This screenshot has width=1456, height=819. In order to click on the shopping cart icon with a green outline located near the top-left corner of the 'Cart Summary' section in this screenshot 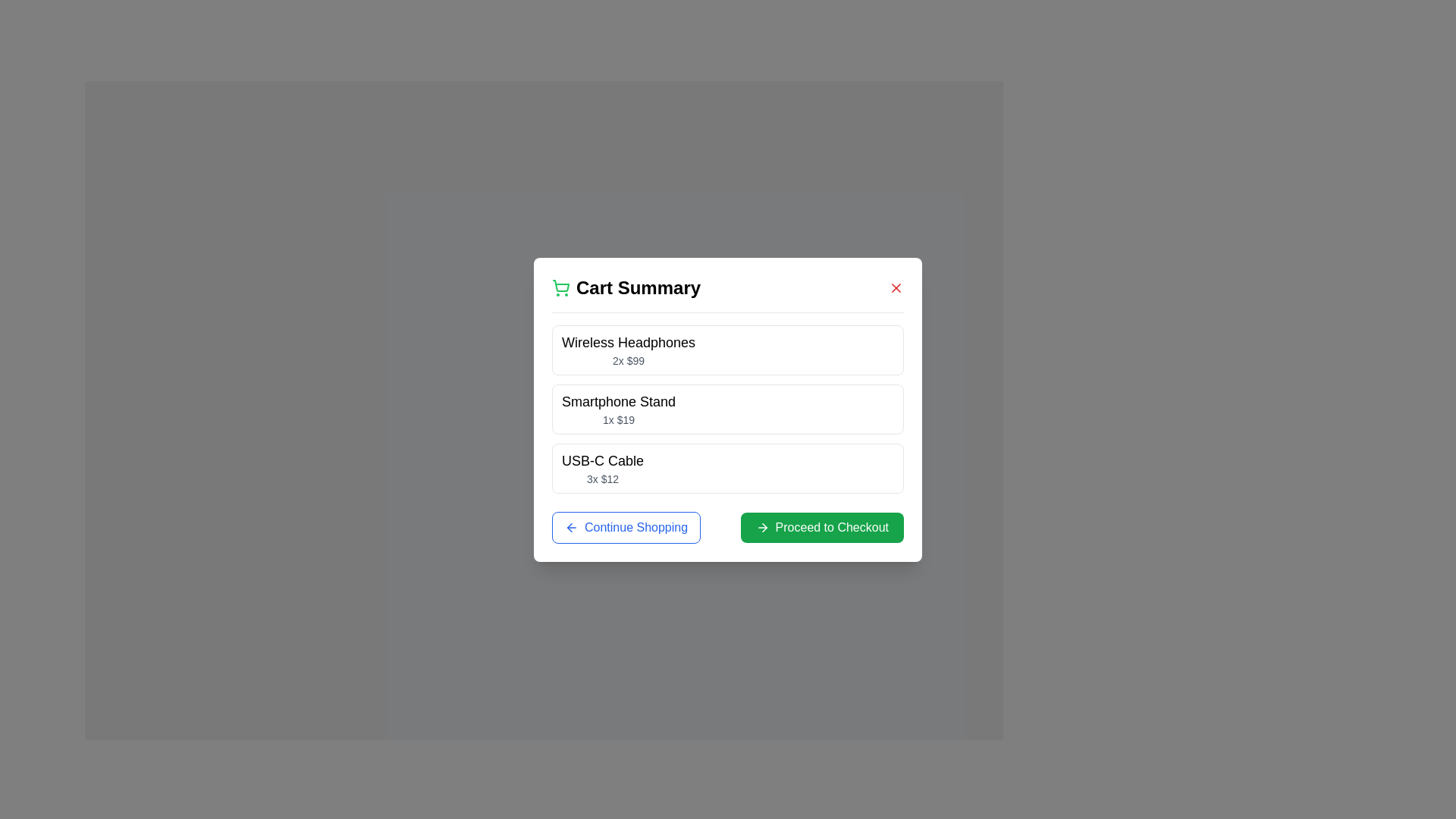, I will do `click(560, 287)`.